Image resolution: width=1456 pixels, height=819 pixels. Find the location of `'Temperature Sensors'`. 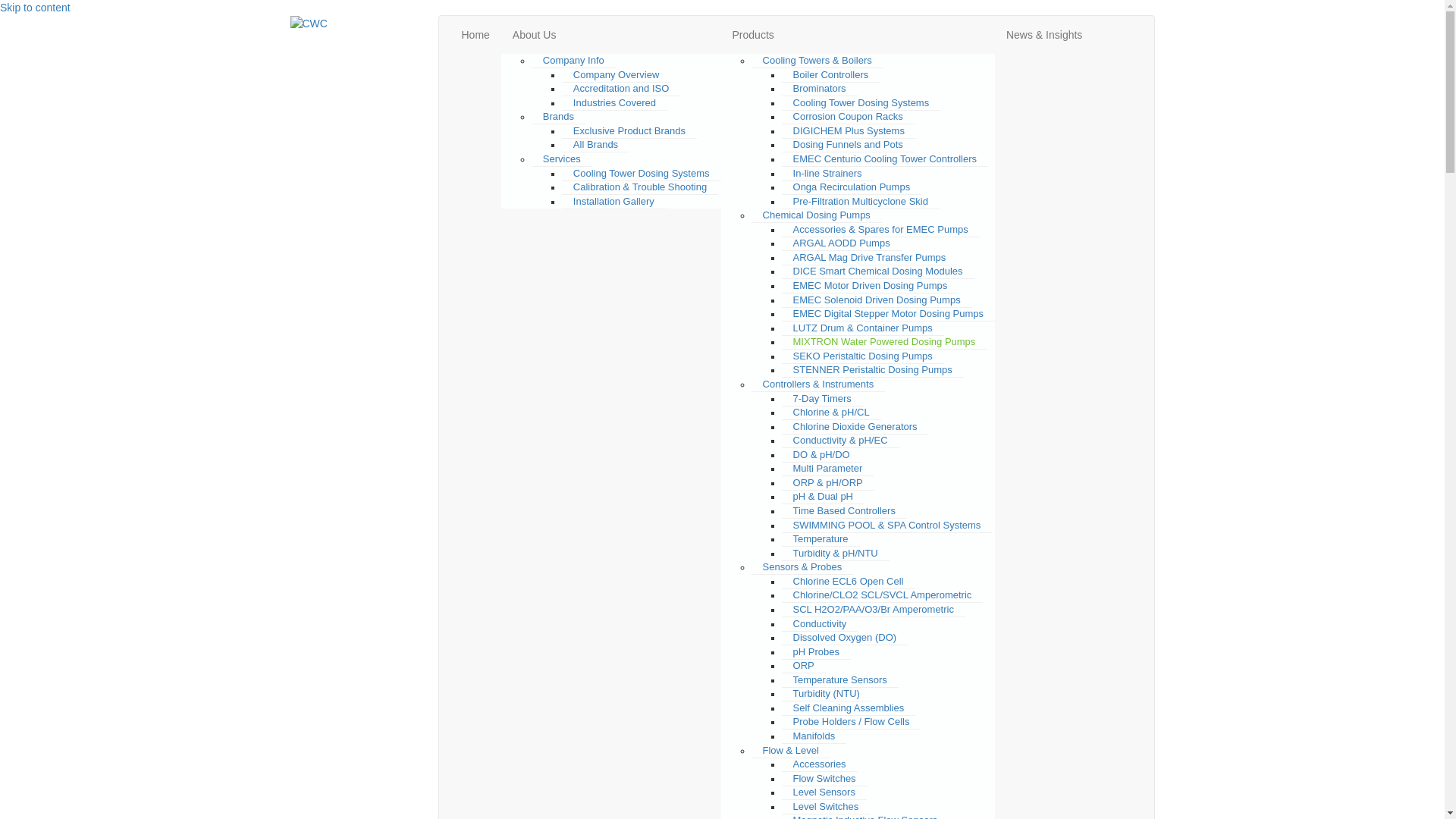

'Temperature Sensors' is located at coordinates (839, 679).